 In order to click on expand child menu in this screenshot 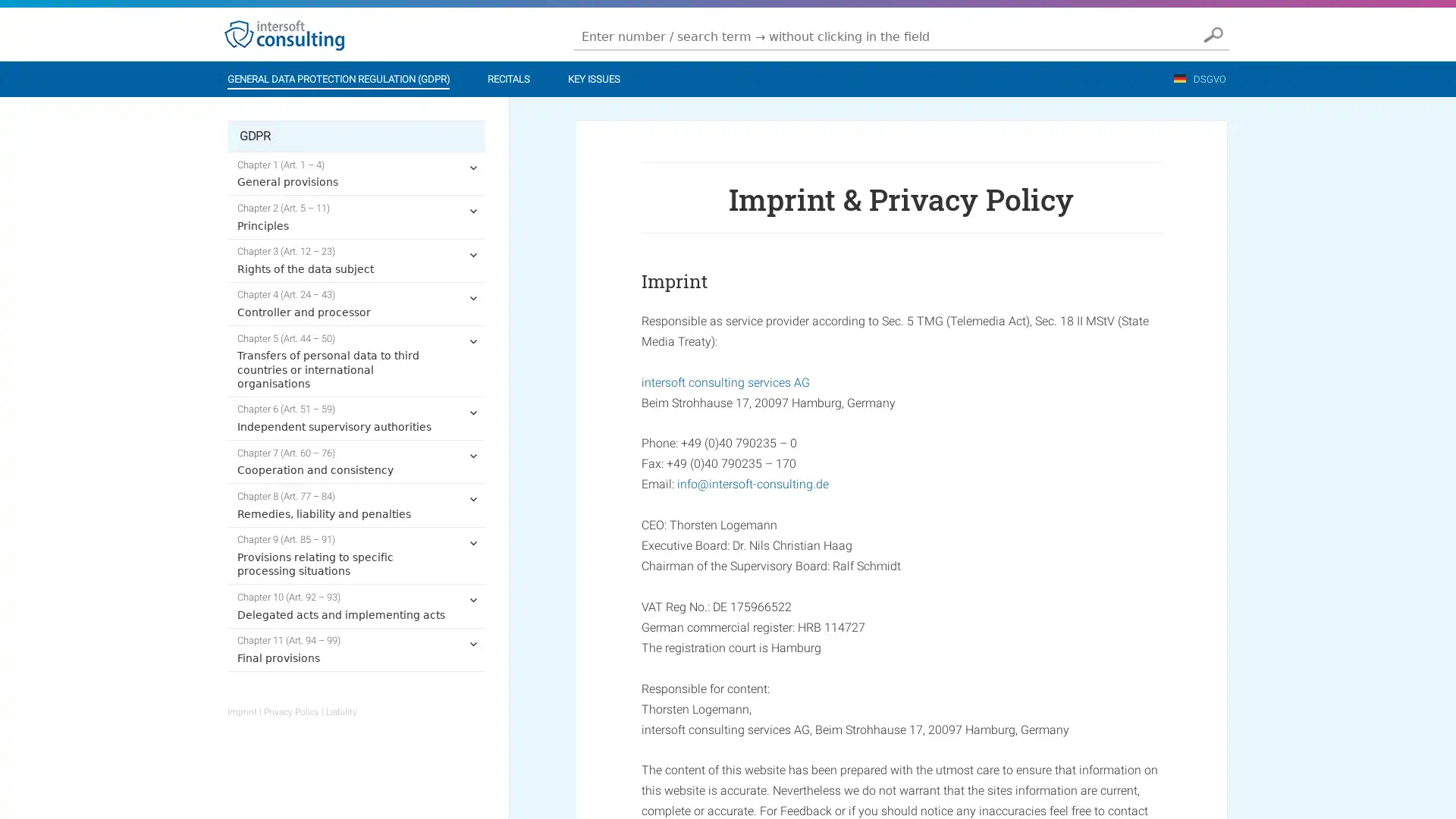, I will do `click(472, 397)`.